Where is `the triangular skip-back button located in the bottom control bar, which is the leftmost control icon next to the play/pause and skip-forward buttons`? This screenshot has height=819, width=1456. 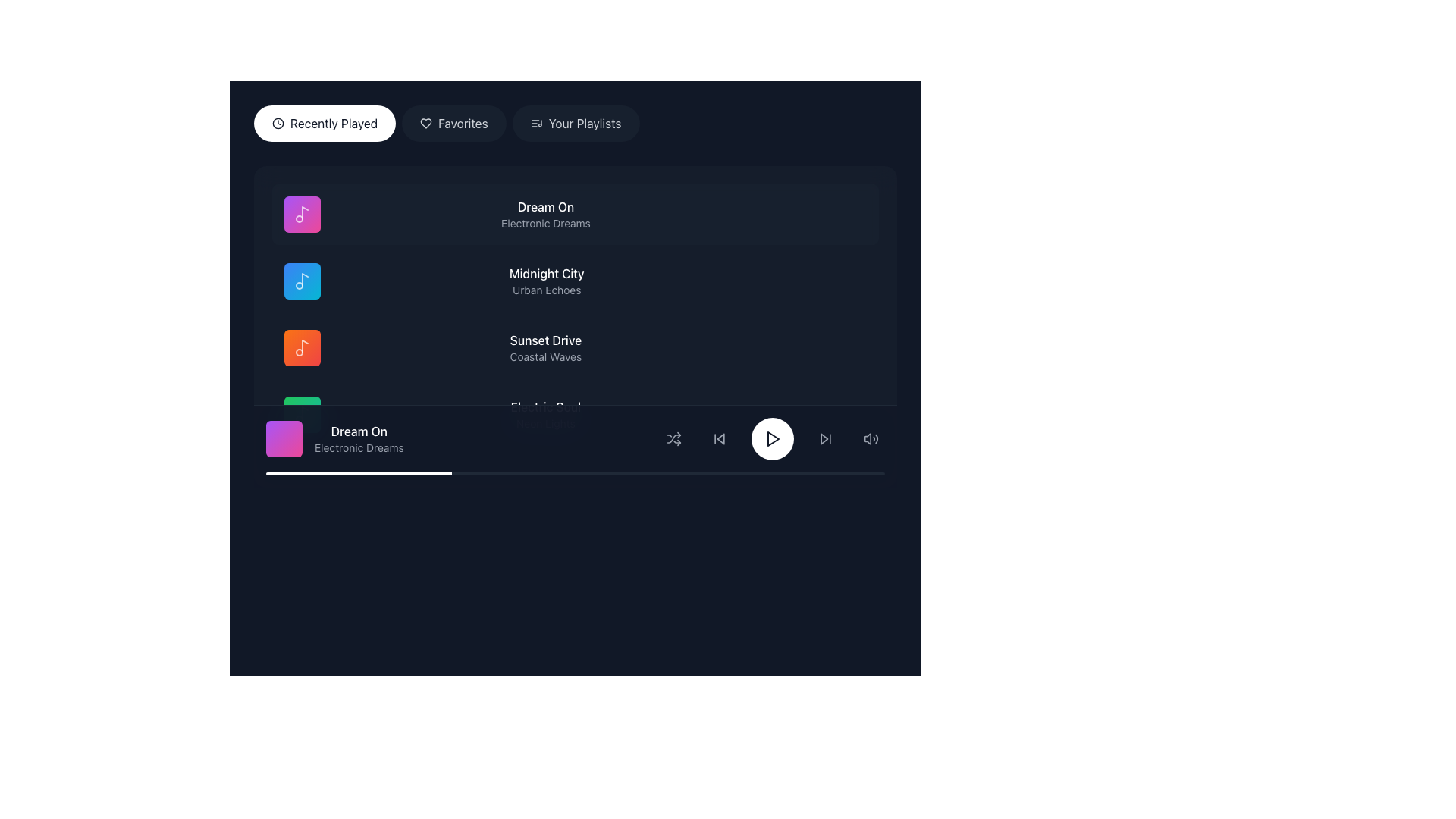 the triangular skip-back button located in the bottom control bar, which is the leftmost control icon next to the play/pause and skip-forward buttons is located at coordinates (720, 438).